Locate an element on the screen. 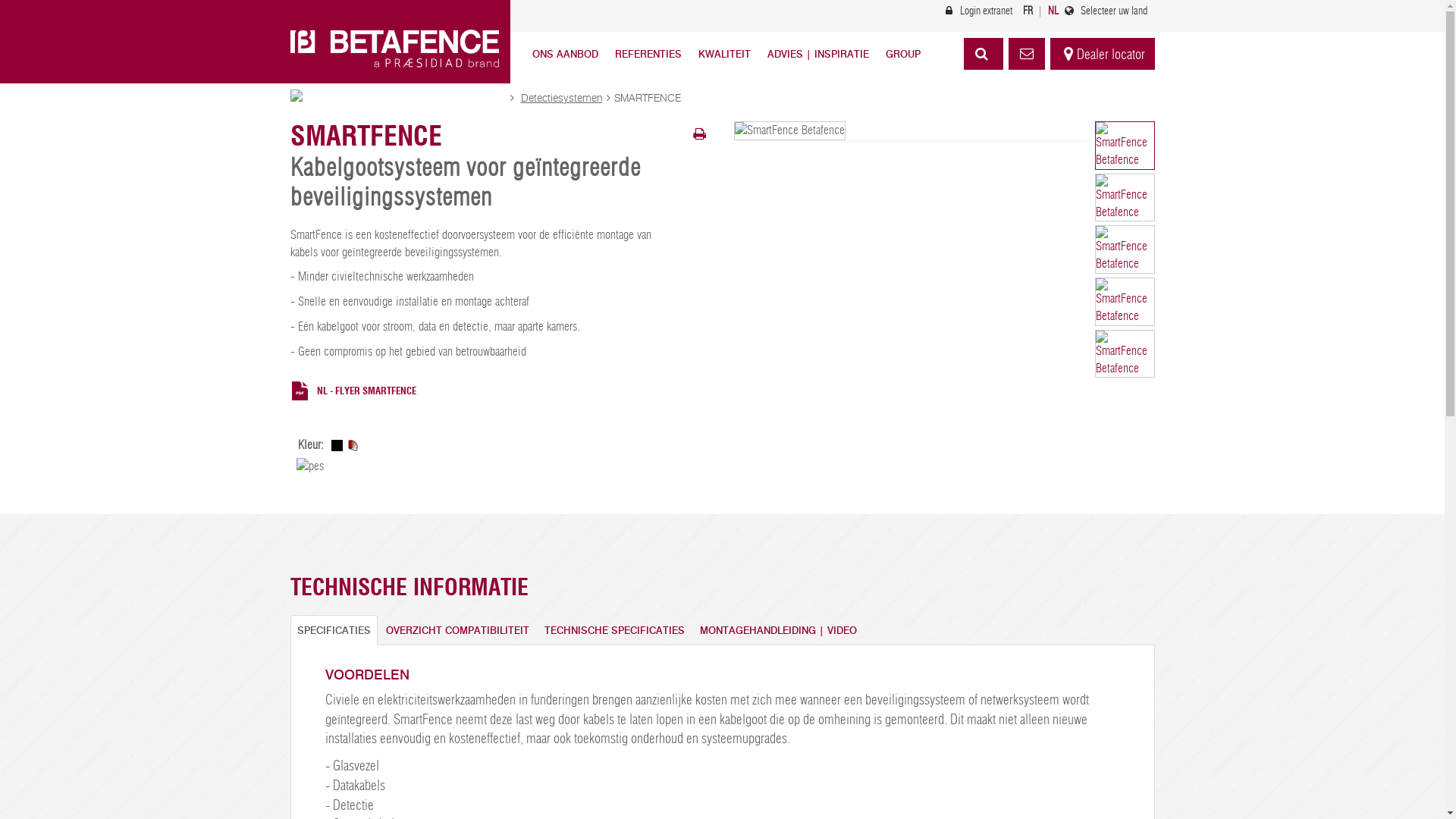 The width and height of the screenshot is (1456, 819). 'NL' is located at coordinates (1052, 11).